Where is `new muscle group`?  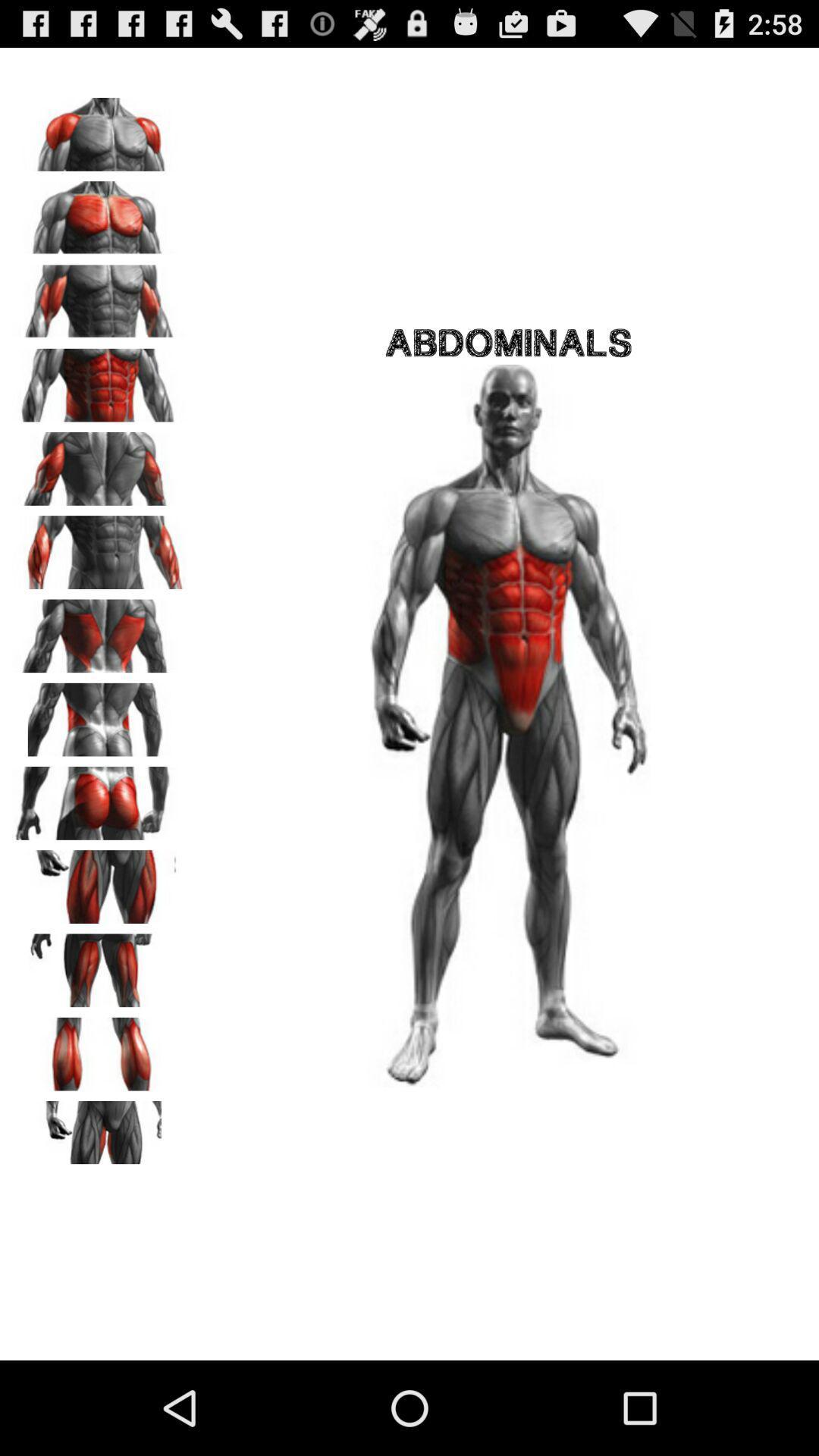
new muscle group is located at coordinates (99, 965).